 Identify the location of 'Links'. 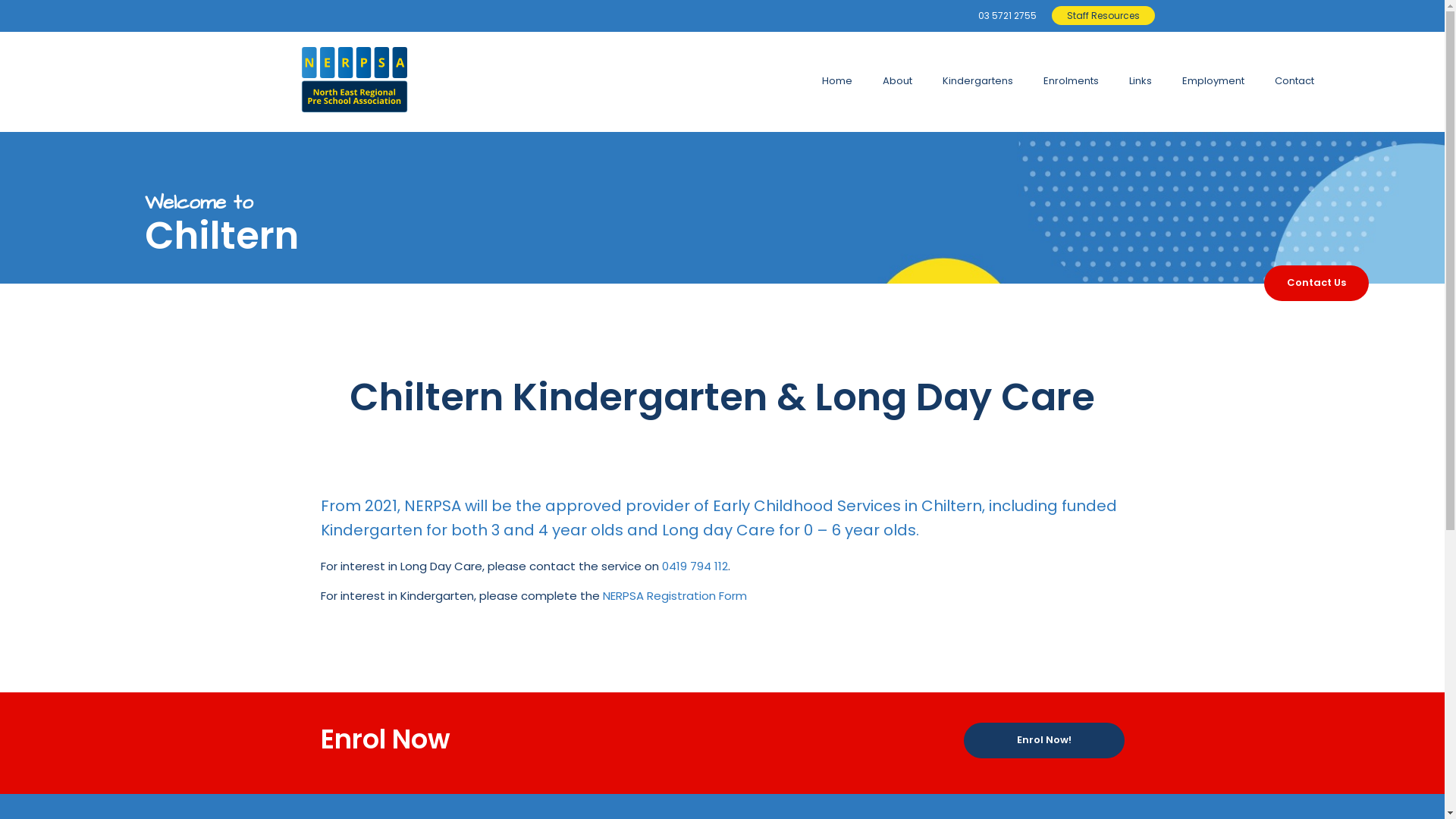
(1113, 80).